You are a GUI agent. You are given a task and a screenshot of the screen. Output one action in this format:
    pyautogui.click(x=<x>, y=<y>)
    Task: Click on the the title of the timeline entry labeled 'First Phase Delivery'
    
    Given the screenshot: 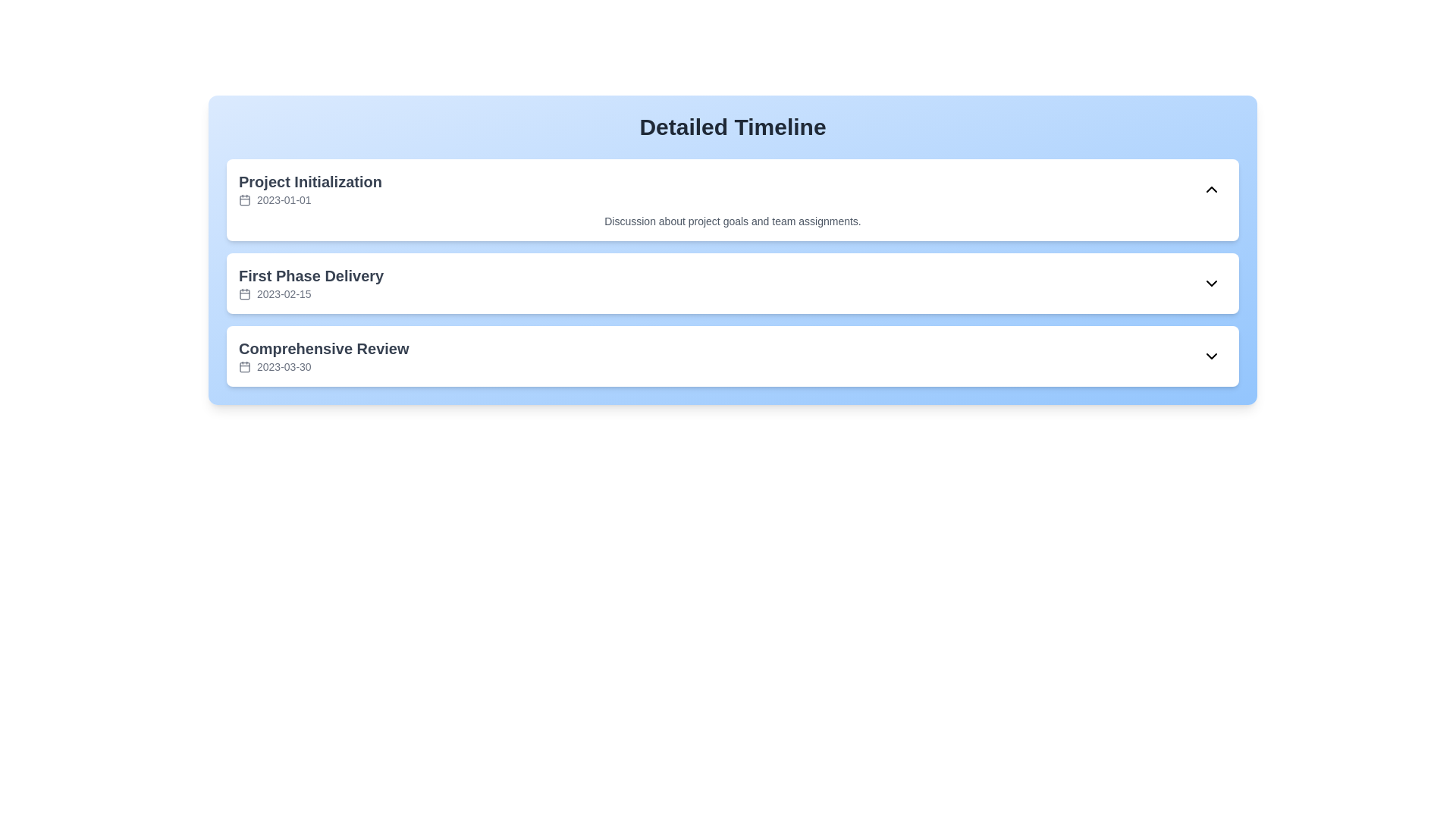 What is the action you would take?
    pyautogui.click(x=310, y=284)
    